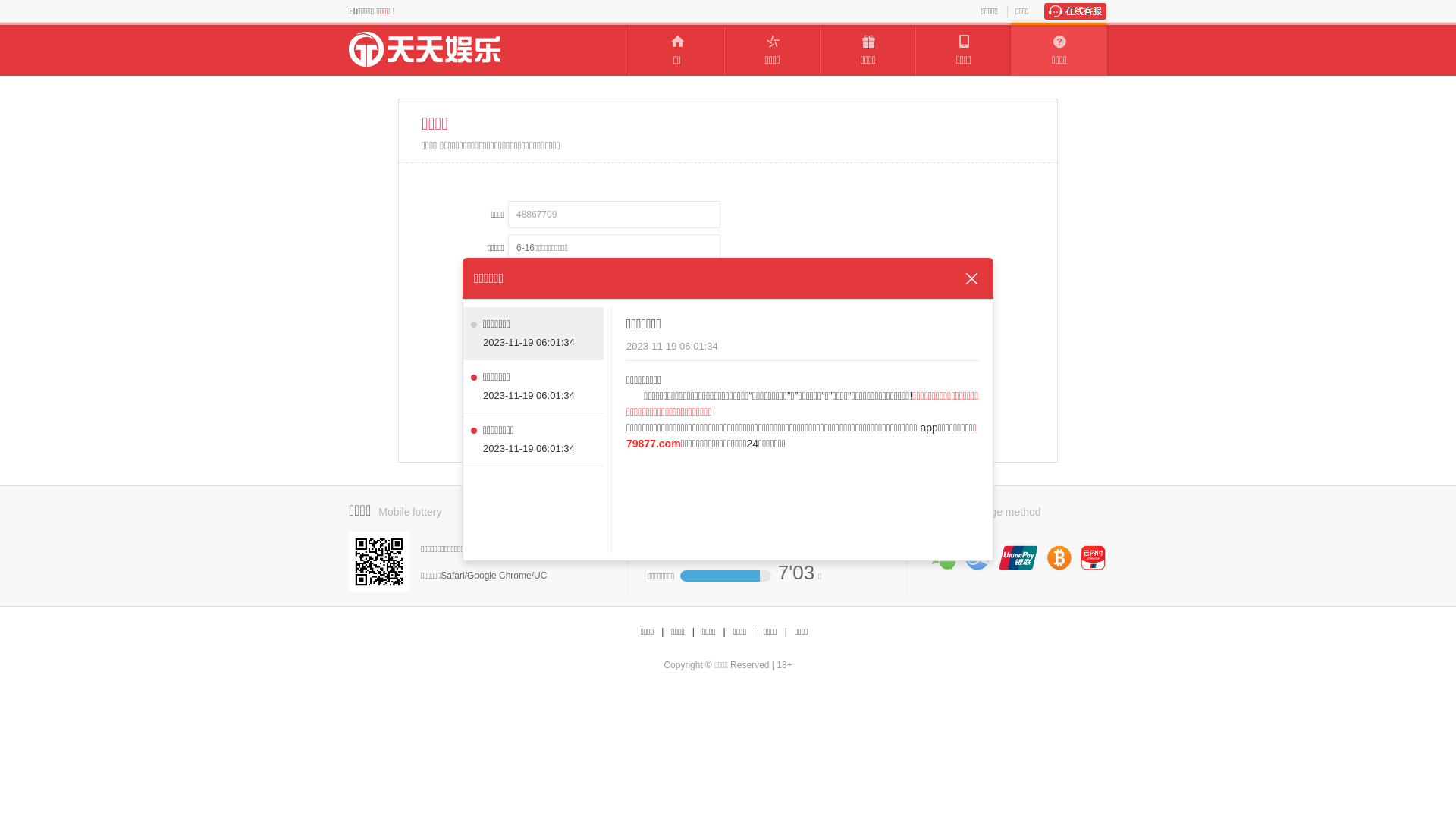  Describe the element at coordinates (786, 632) in the screenshot. I see `'|'` at that location.